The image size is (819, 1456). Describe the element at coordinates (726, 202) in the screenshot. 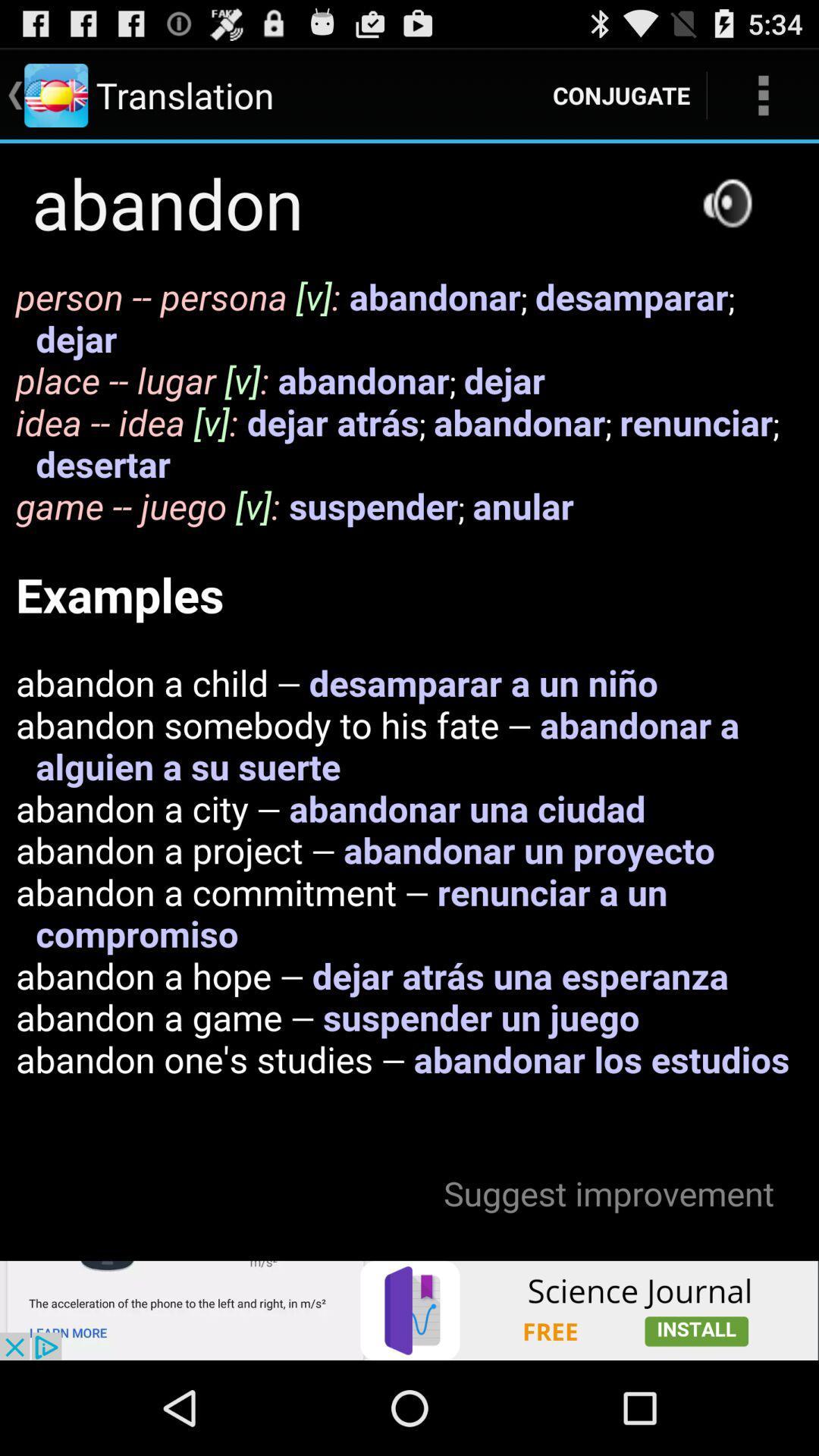

I see `sound option` at that location.